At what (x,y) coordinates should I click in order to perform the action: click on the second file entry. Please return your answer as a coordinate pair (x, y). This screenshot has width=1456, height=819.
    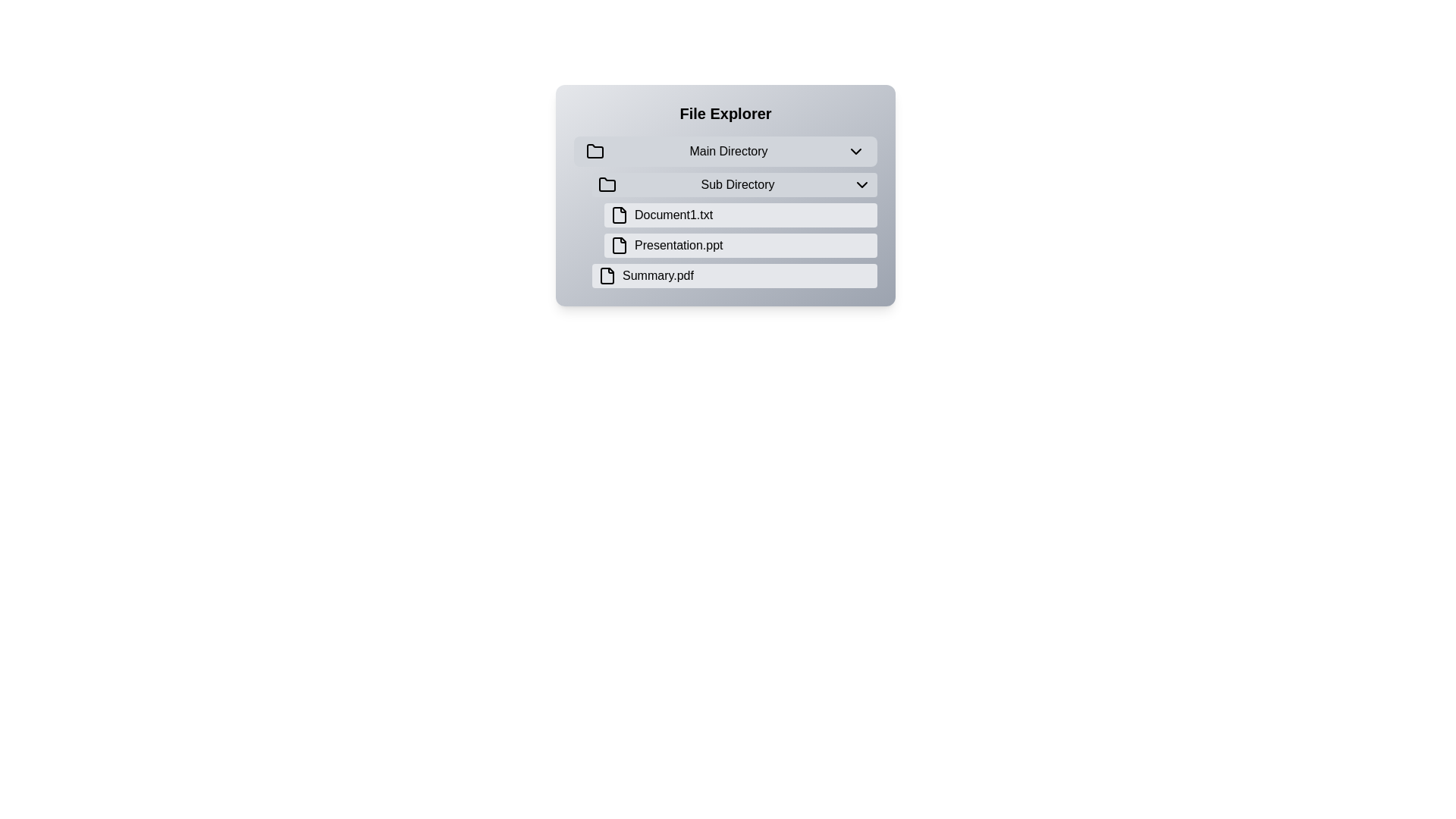
    Looking at the image, I should click on (735, 231).